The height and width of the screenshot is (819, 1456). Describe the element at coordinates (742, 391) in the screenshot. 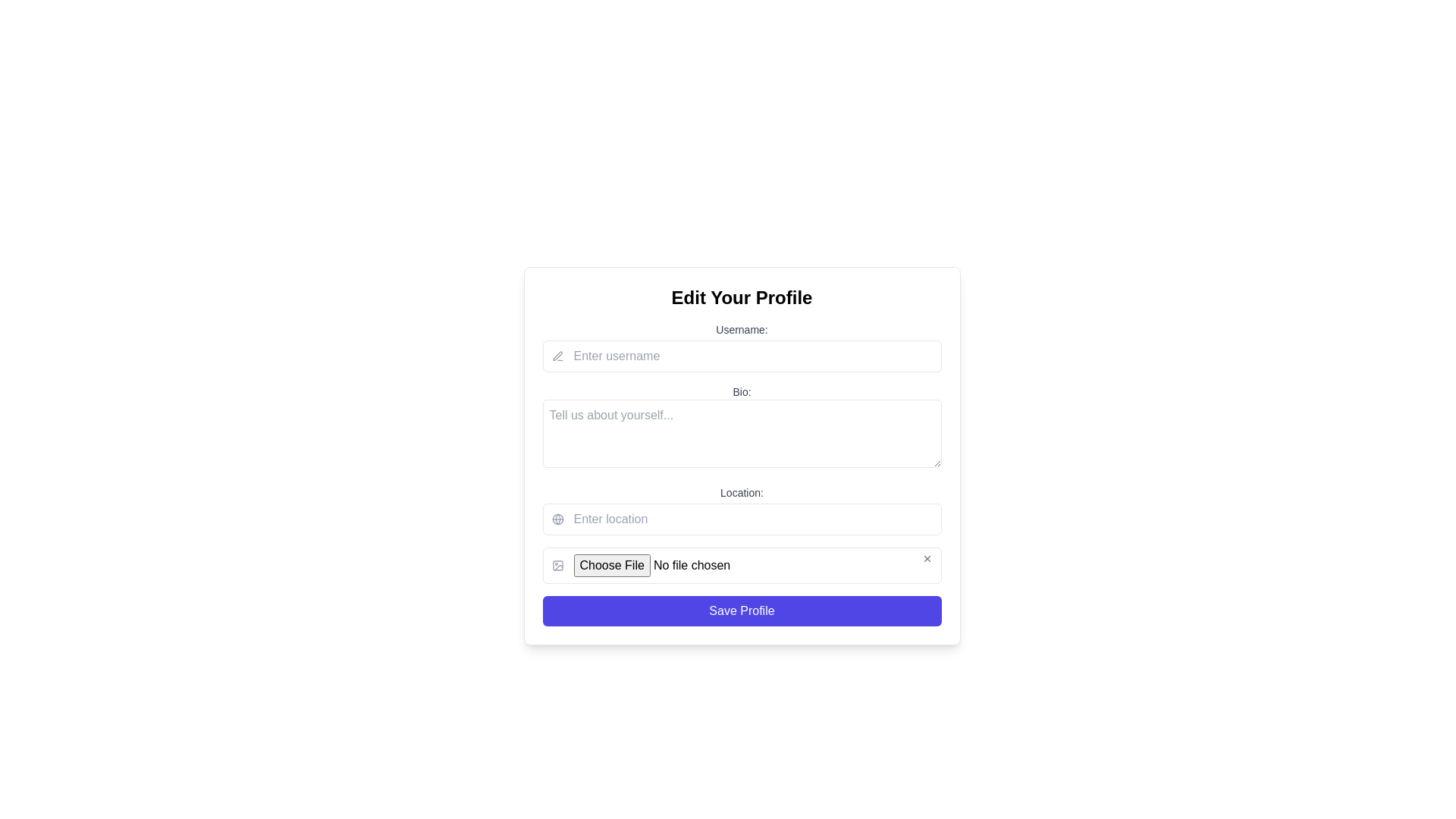

I see `the 'Bio:' label, which is styled in gray, small font, and is located above the multi-line text input in the profile editing form` at that location.